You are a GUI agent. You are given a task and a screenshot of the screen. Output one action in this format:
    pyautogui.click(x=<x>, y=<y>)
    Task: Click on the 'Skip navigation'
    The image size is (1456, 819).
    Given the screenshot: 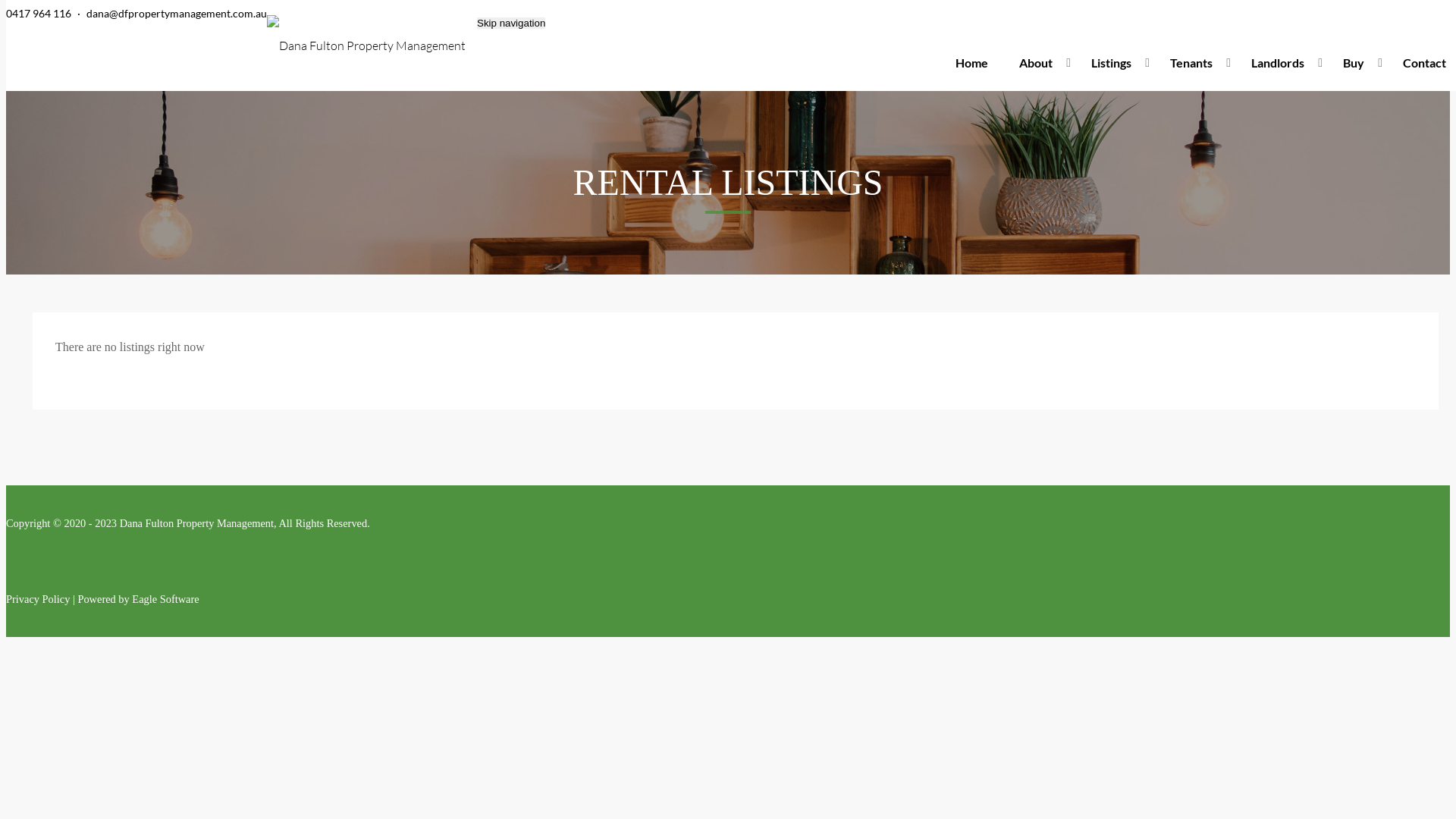 What is the action you would take?
    pyautogui.click(x=510, y=23)
    